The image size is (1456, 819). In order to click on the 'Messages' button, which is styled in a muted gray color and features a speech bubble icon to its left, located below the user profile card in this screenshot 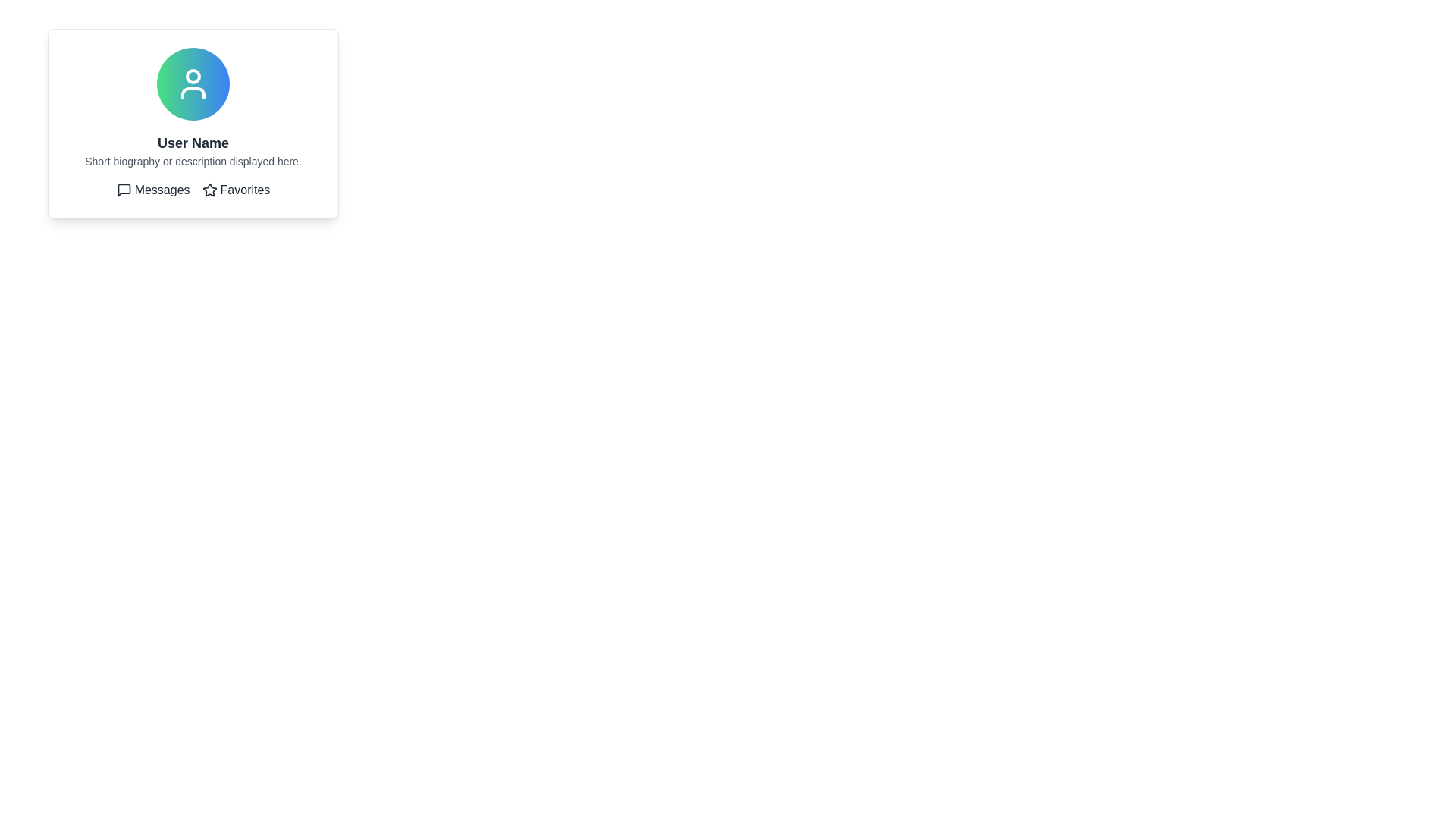, I will do `click(153, 189)`.